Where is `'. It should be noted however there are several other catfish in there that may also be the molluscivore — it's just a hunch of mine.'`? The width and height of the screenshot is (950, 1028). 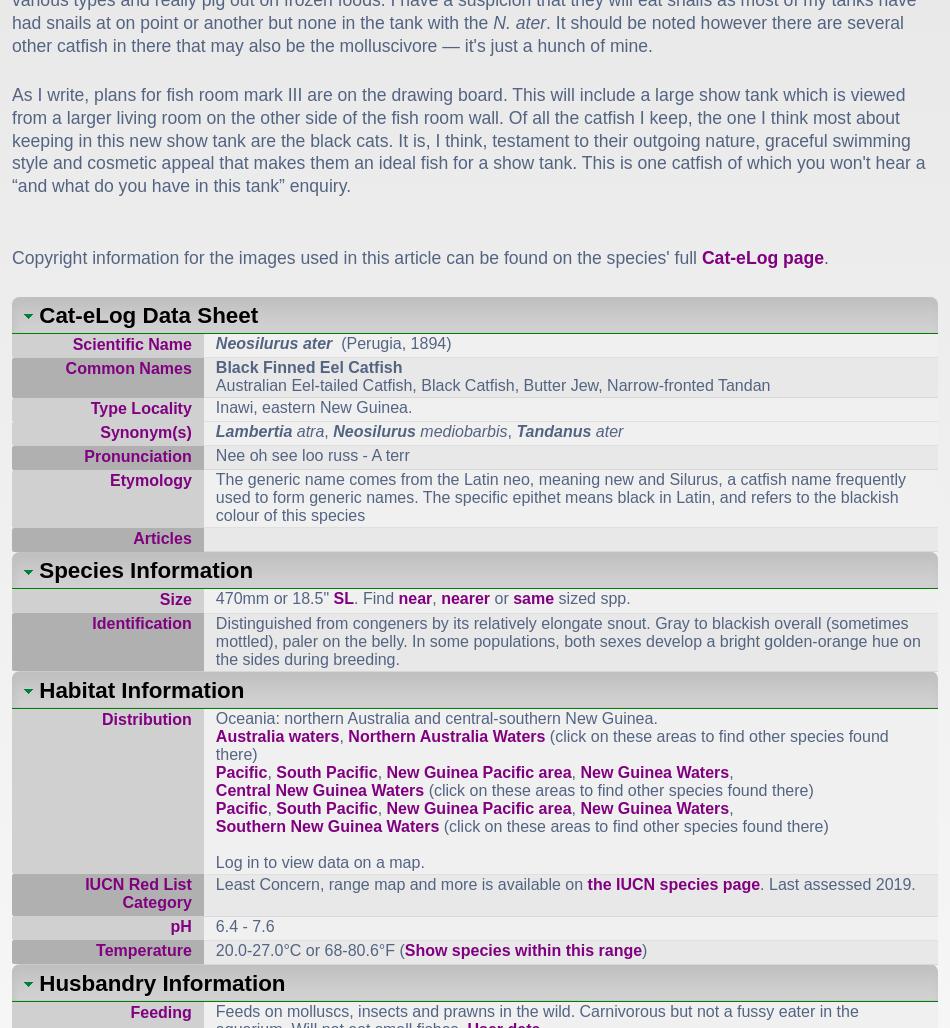
'. It should be noted however there are several other catfish in there that may also be the molluscivore — it's just a hunch of mine.' is located at coordinates (456, 33).